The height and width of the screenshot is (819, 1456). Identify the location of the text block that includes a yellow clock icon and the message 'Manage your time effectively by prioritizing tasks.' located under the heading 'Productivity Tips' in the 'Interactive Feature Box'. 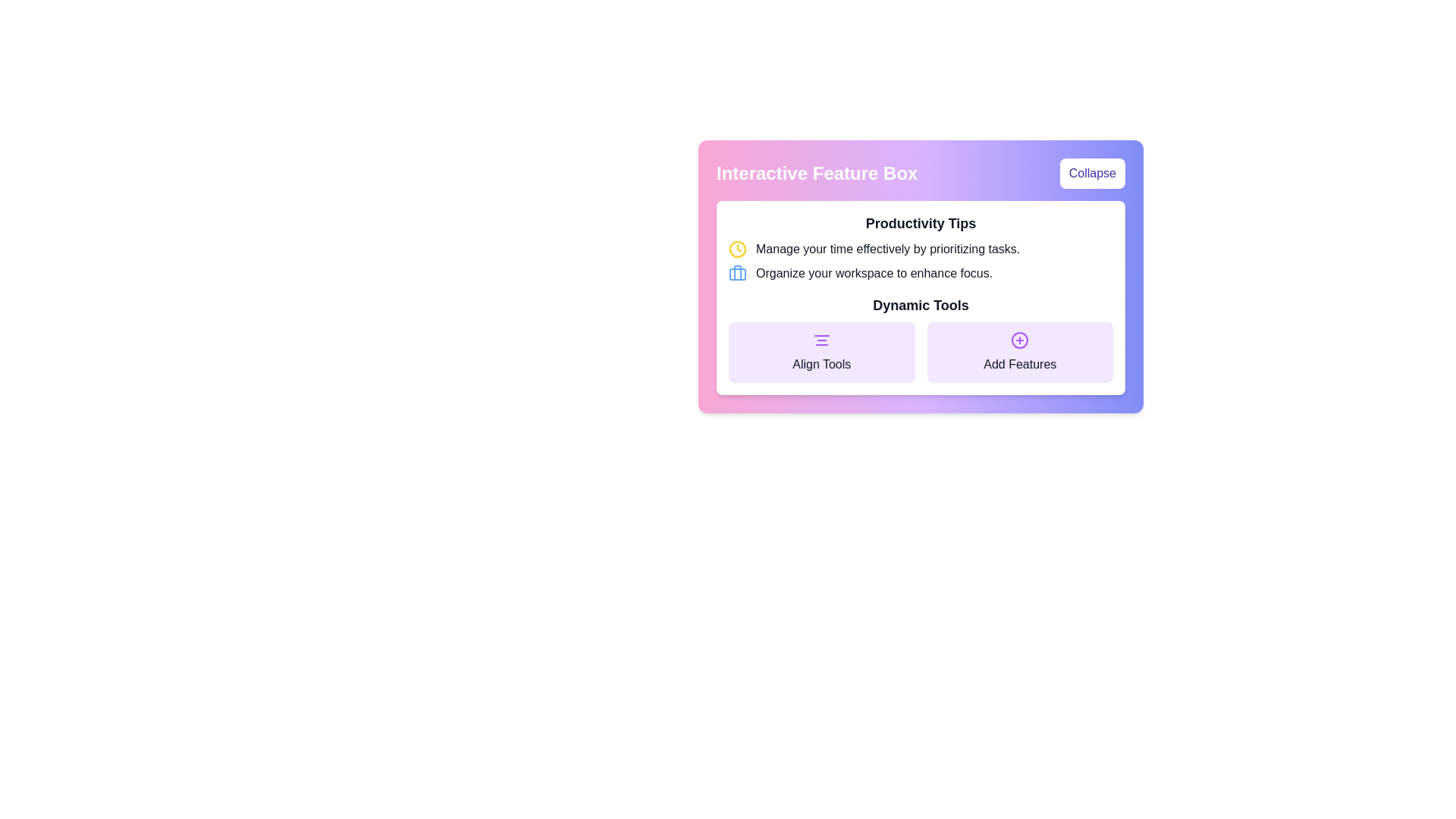
(920, 248).